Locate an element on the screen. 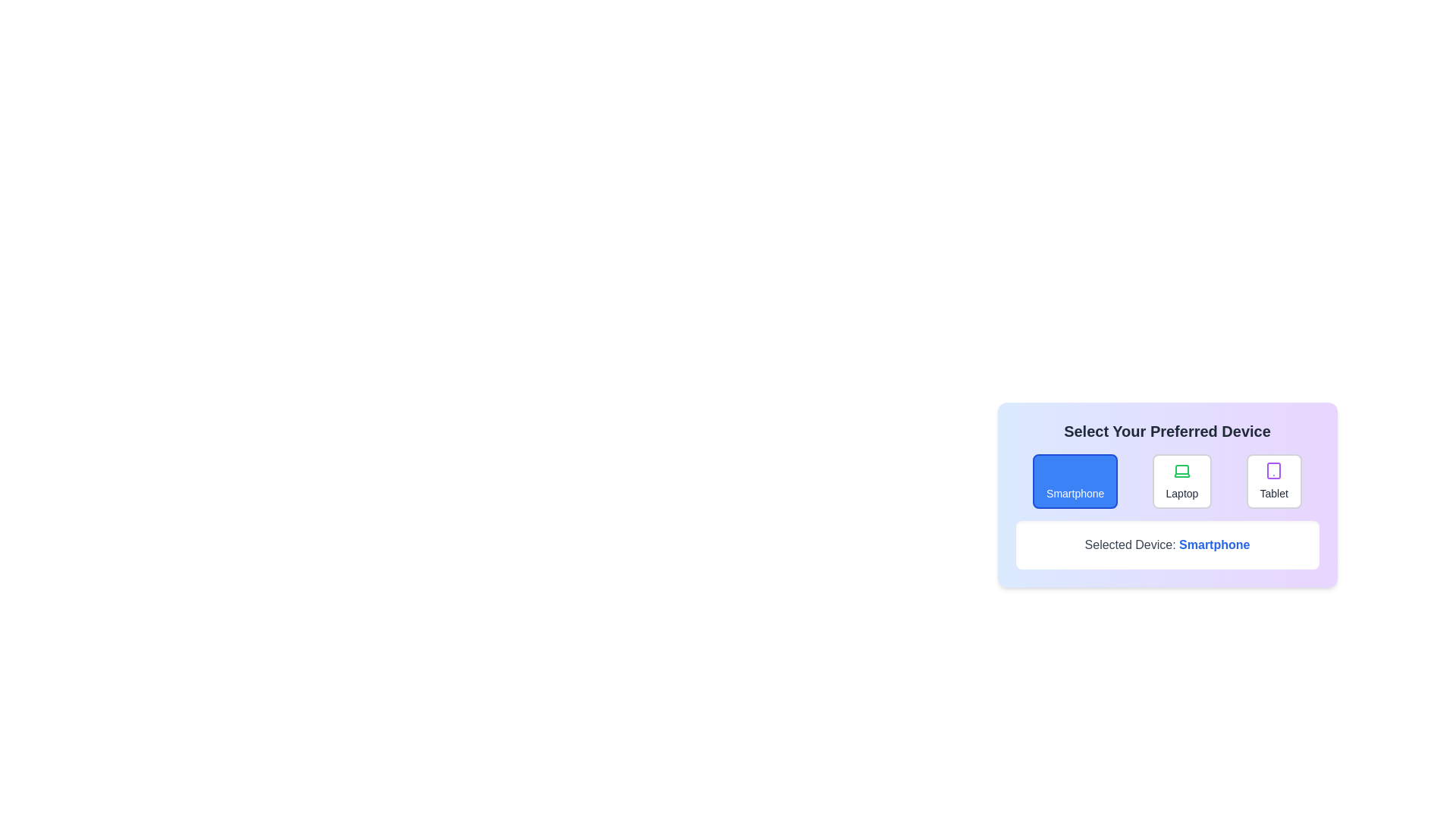 This screenshot has height=819, width=1456. the 'Laptop' button, which is part of a group of three interactive radio option buttons labeled 'Smartphone', 'Laptop', and 'Tablet' is located at coordinates (1166, 482).